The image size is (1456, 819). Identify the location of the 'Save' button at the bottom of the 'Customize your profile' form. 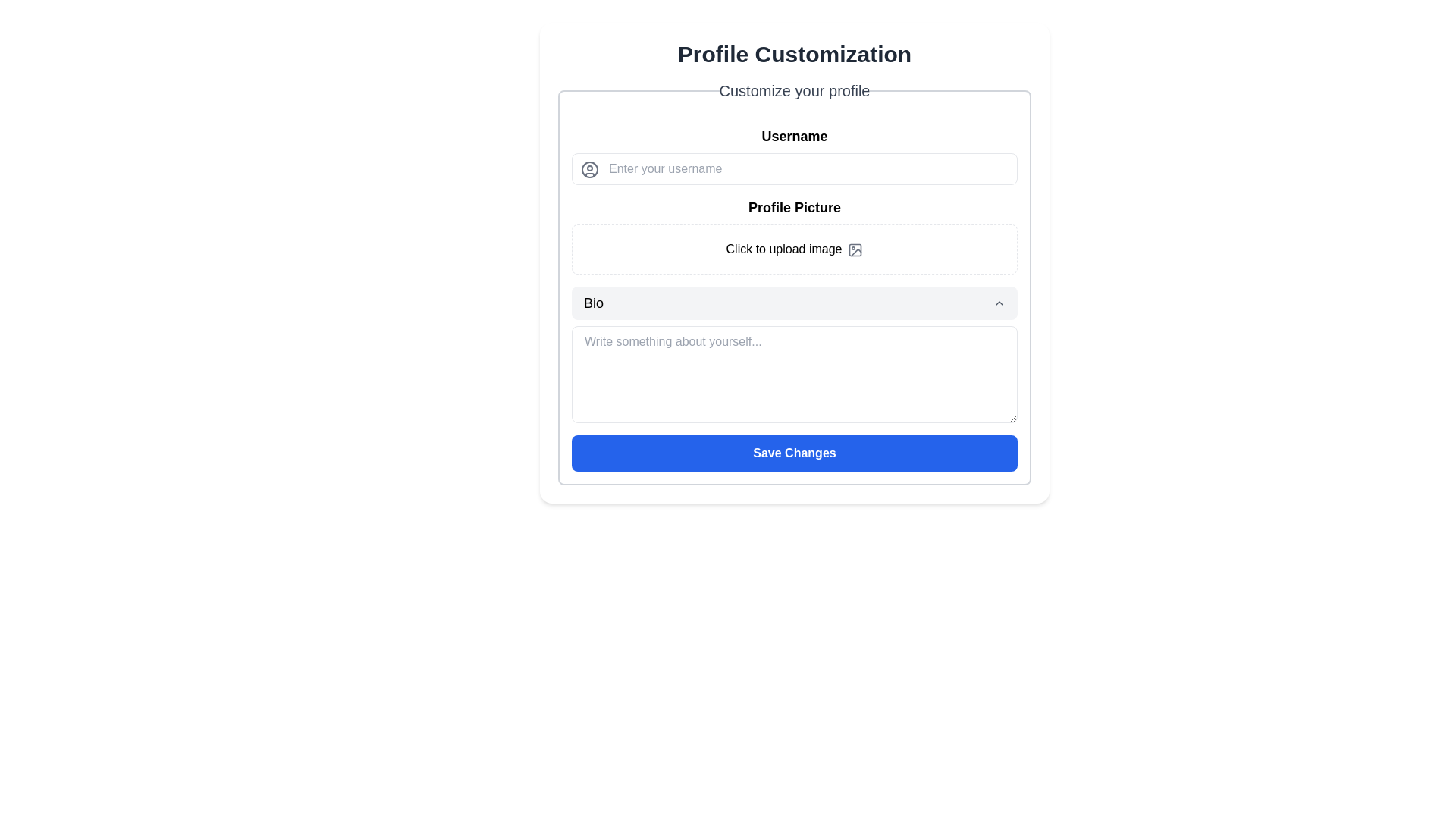
(793, 452).